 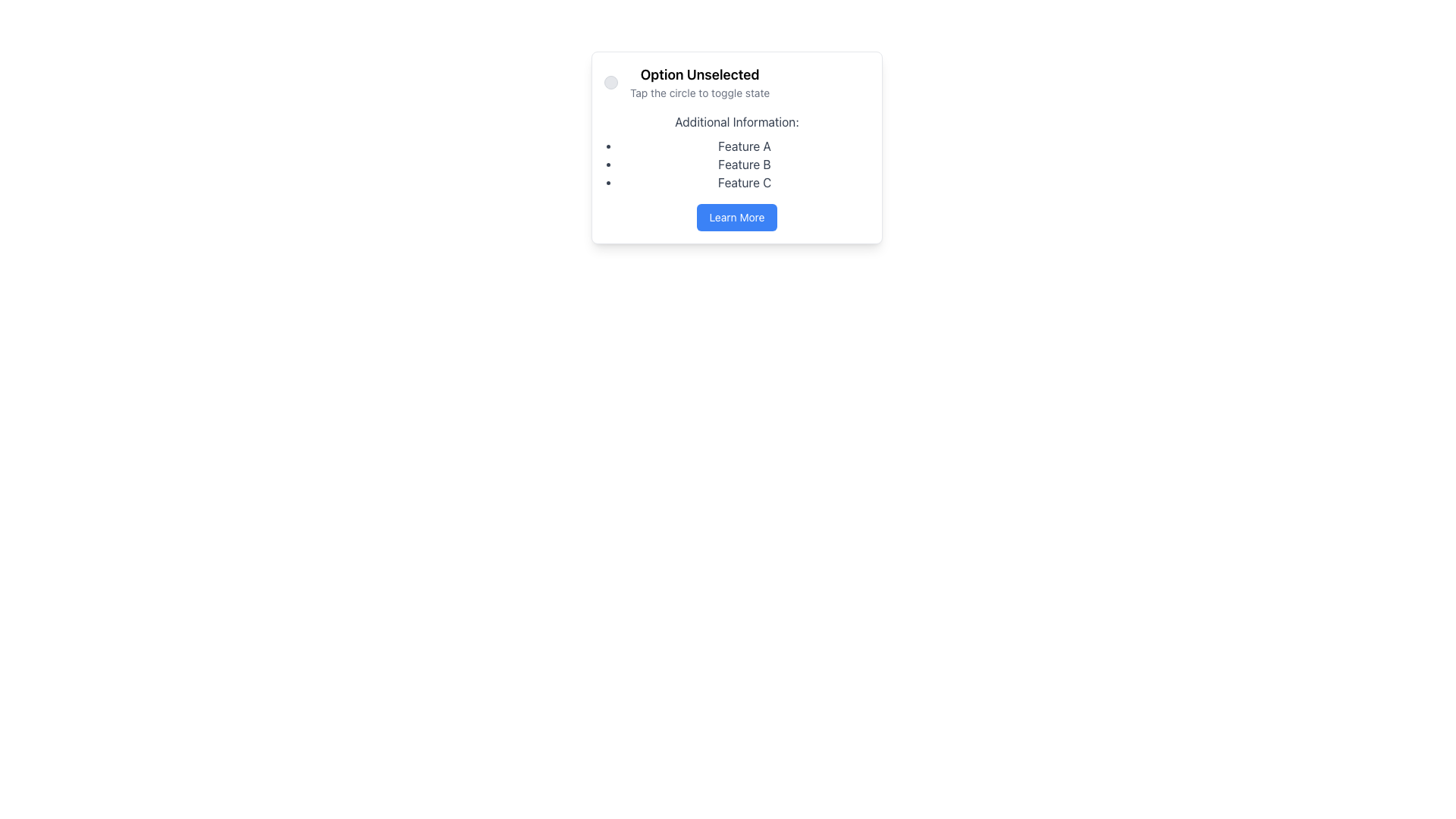 I want to click on the text display that indicates 'Option Unselected' and 'Tap the circle to toggle state', located in the upper half of the card interface, centered horizontally and positioned next to an interactive toggle circle, so click(x=699, y=82).